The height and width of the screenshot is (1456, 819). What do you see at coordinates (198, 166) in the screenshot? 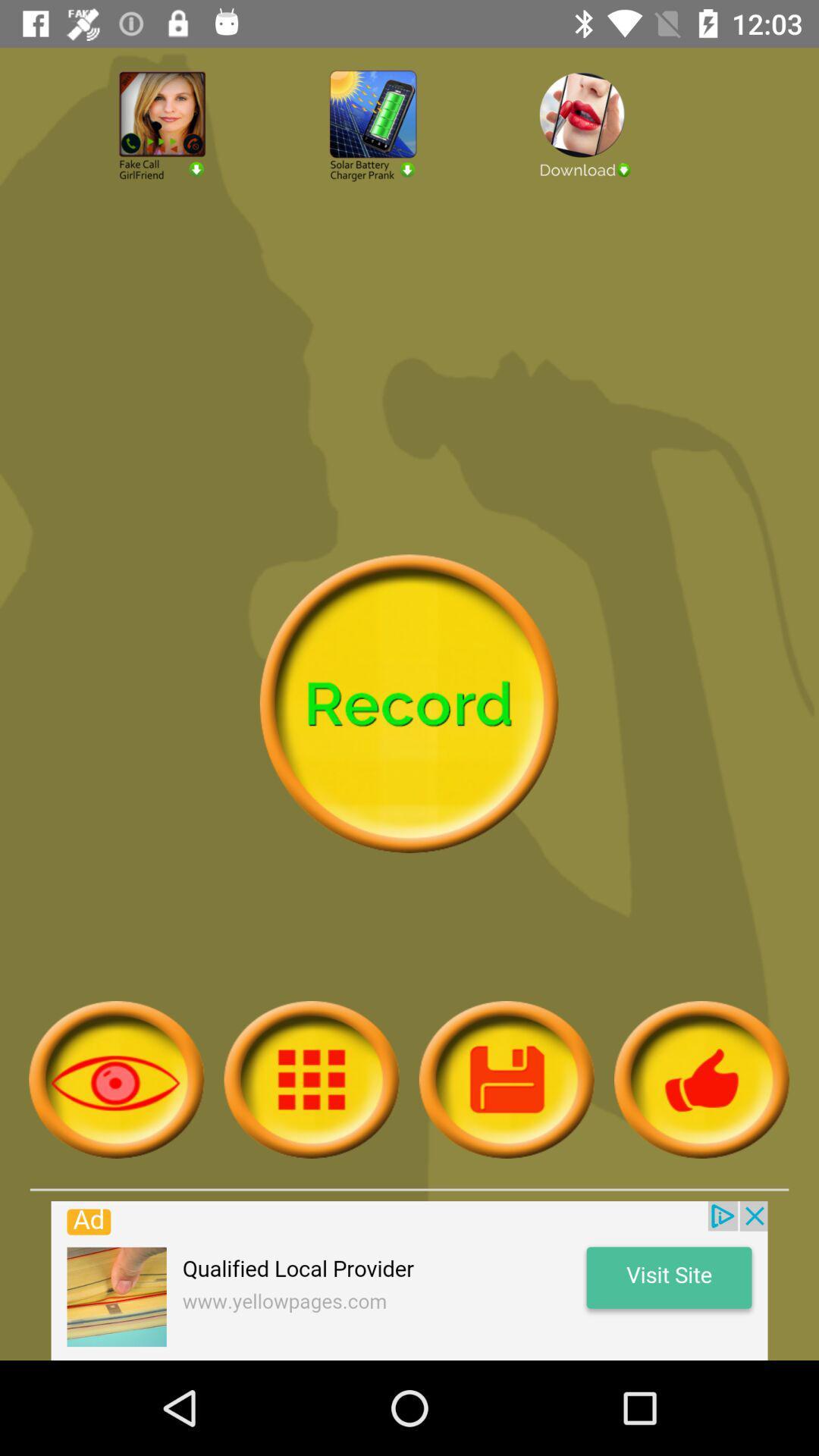
I see `fake girlfriend prank button` at bounding box center [198, 166].